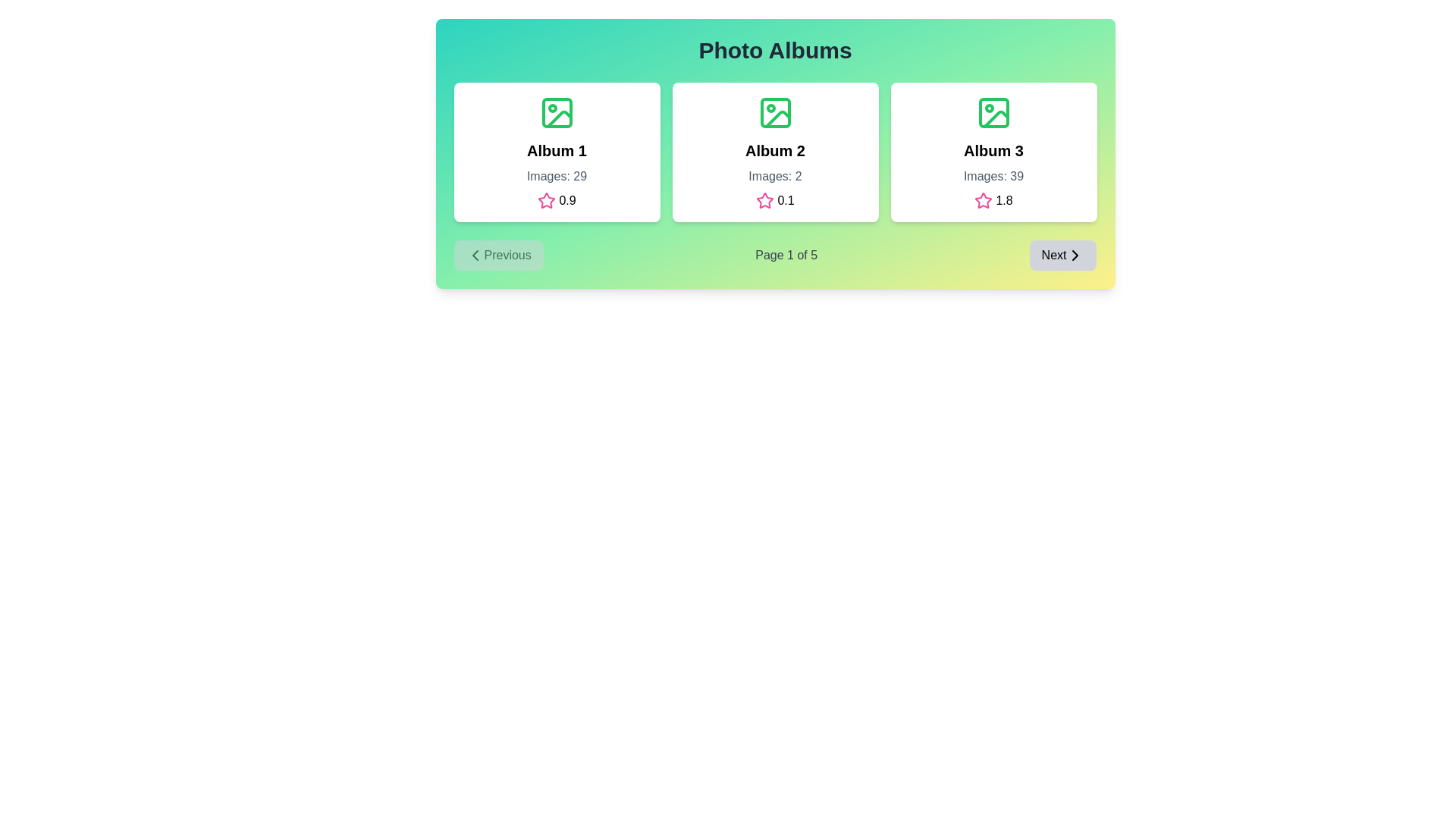 This screenshot has width=1456, height=819. What do you see at coordinates (775, 112) in the screenshot?
I see `the album icon located at the top-center of the second card from the left in a row of three cards, which visually represents the content type or category of the card` at bounding box center [775, 112].